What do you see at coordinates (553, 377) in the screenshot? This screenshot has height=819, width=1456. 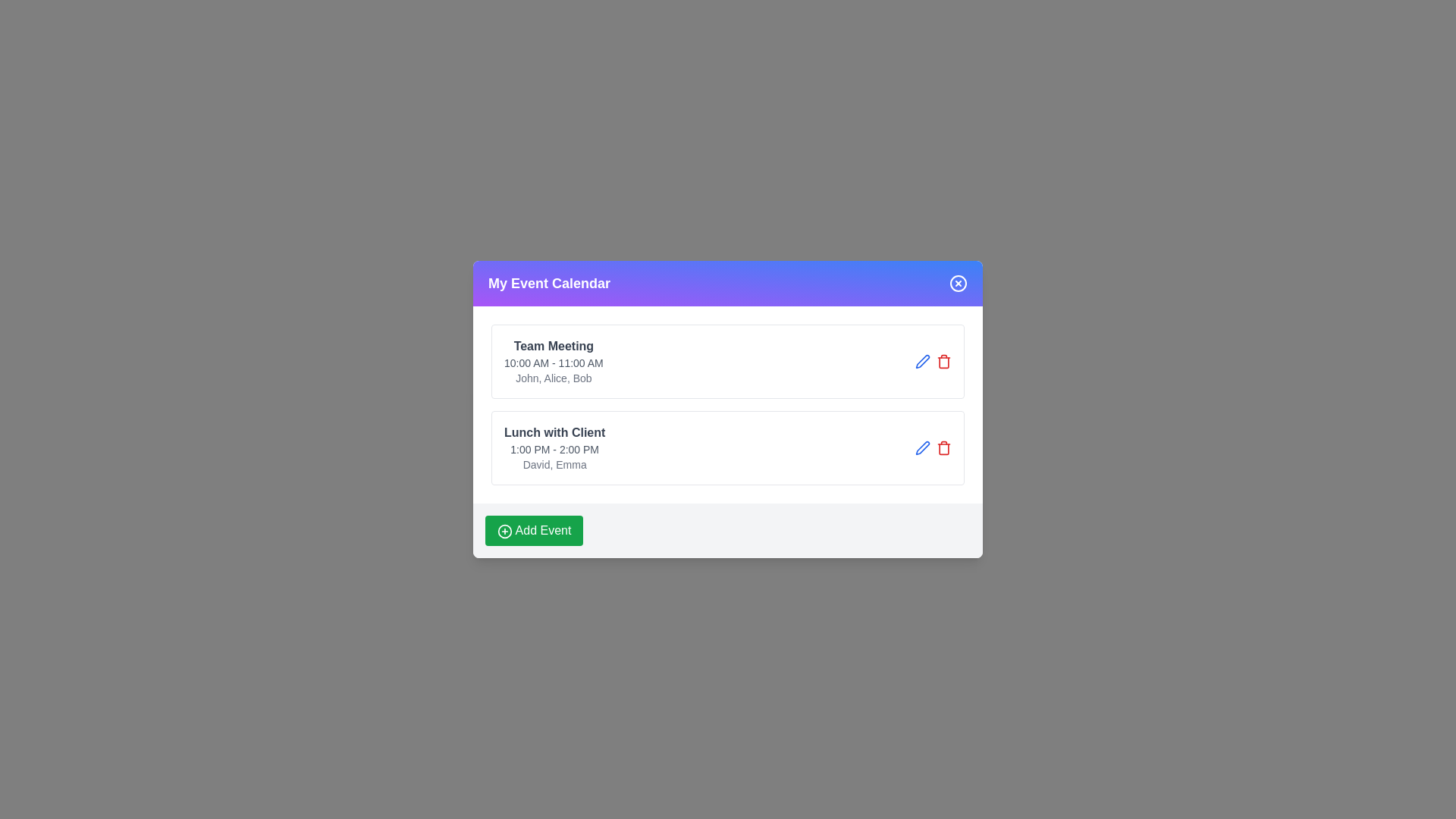 I see `the static text label that reads 'John, Alice, Bob.' located below the '10:00 AM - 11:00 AM' text in the 'Team Meeting' section of the calendar interface` at bounding box center [553, 377].